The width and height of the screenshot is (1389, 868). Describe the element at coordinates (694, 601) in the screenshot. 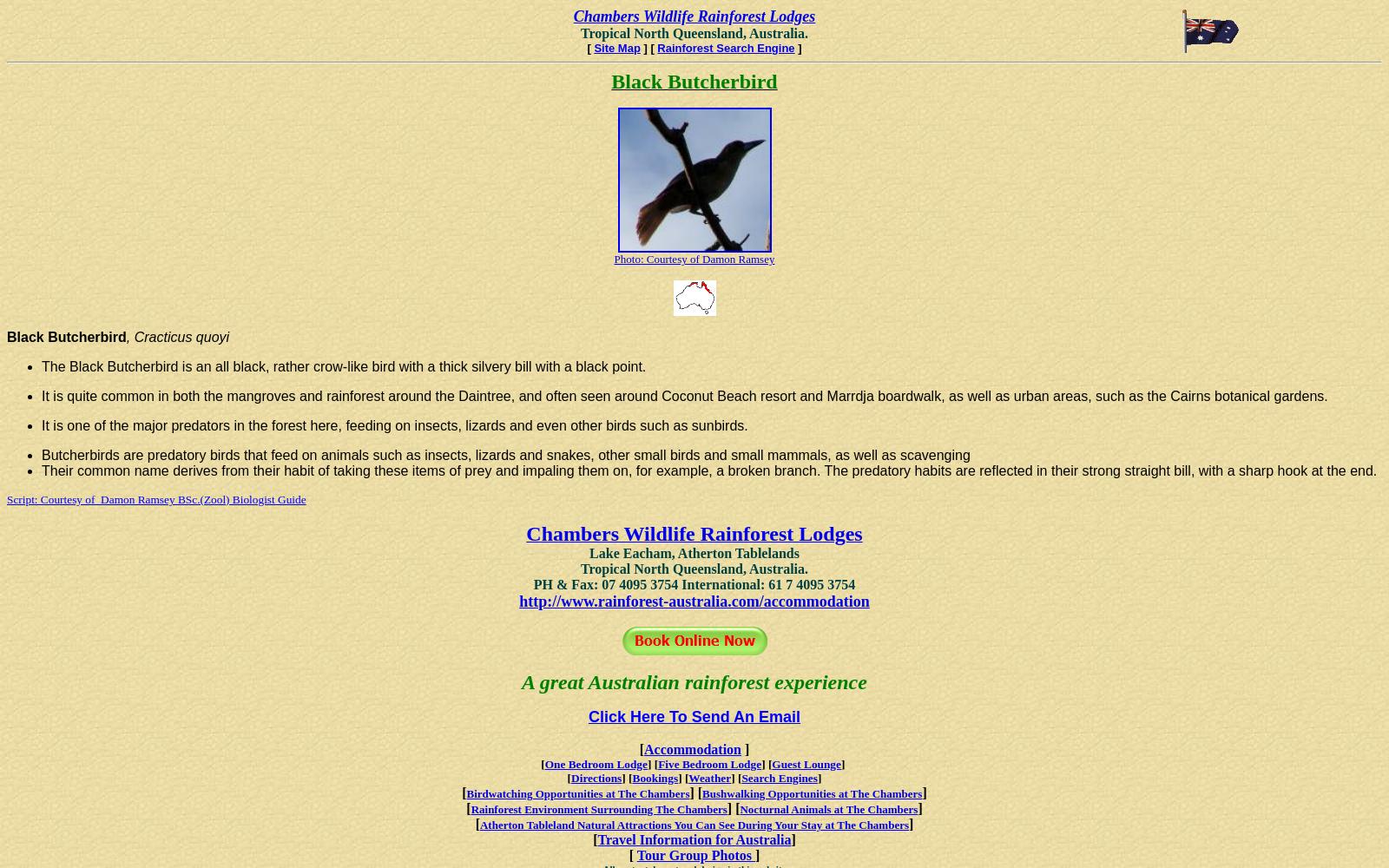

I see `'http://www.rainforest-australia.com/accommodation'` at that location.